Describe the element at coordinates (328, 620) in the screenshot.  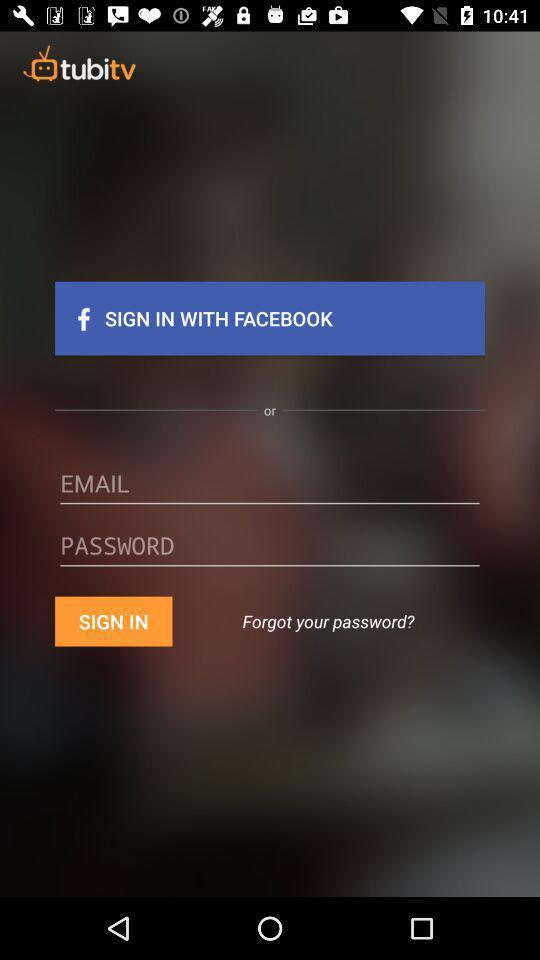
I see `the forgot your password? icon` at that location.